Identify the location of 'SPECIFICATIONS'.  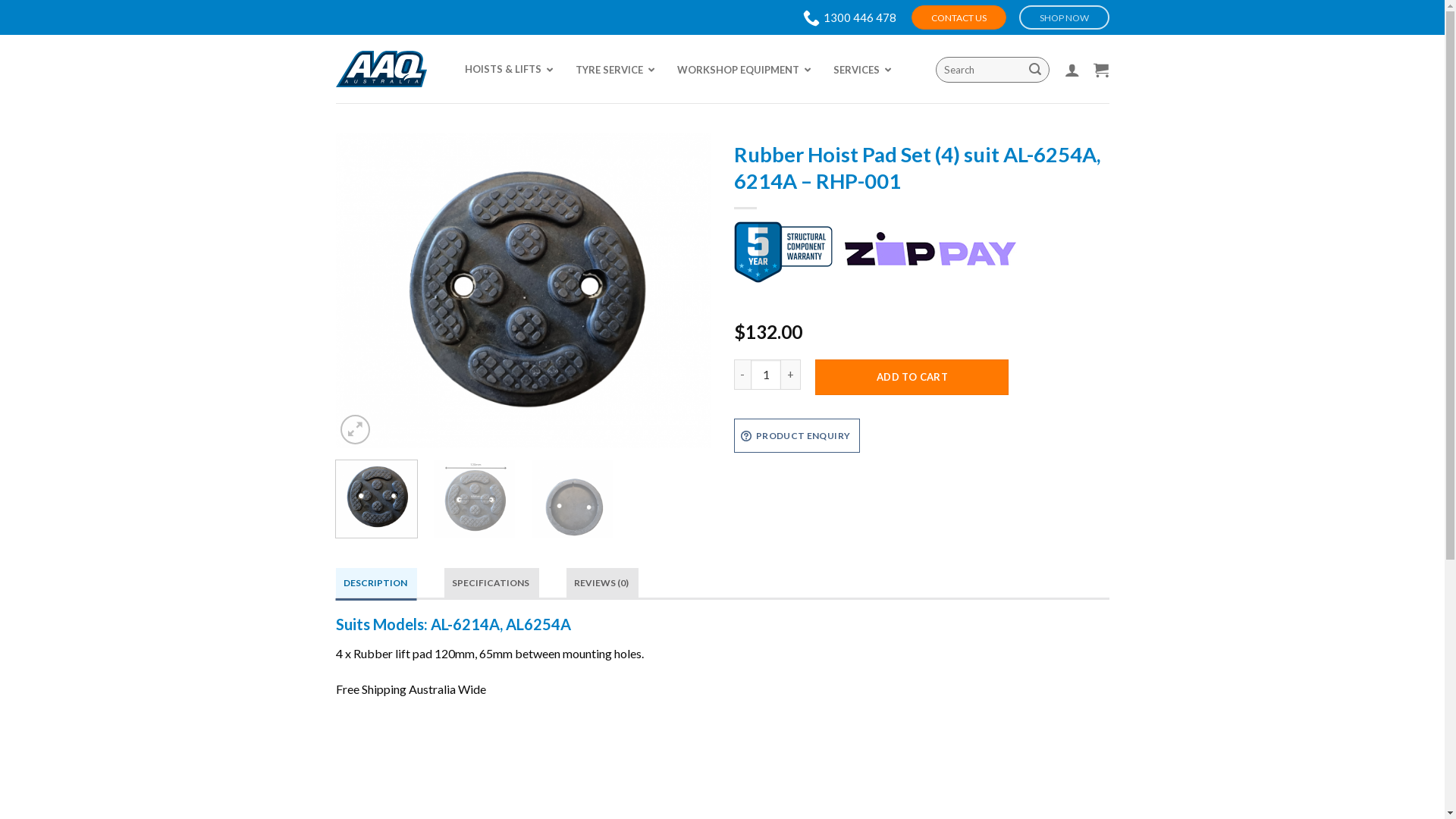
(491, 582).